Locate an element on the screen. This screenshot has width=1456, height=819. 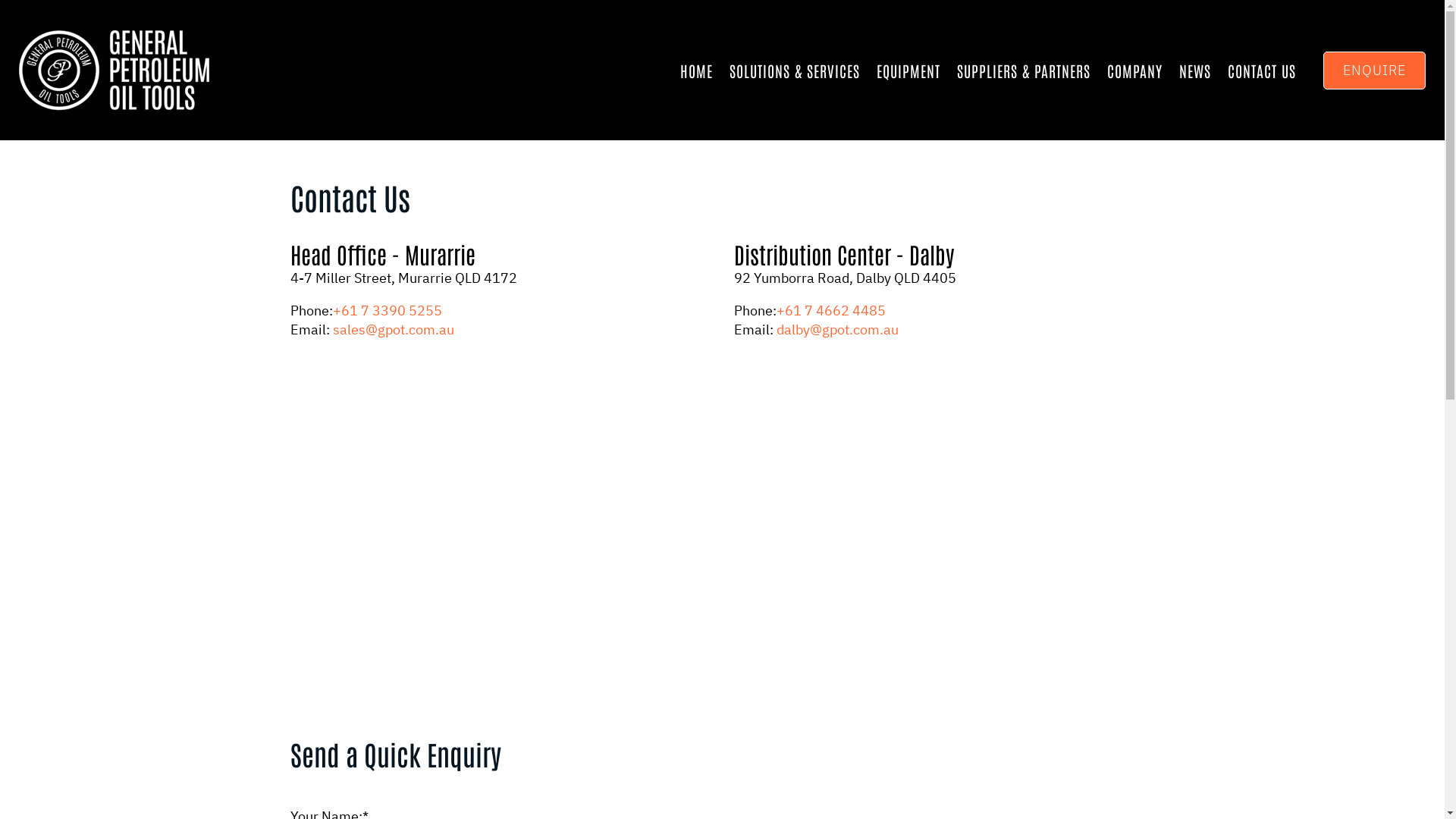
'SUPPLIERS & PARTNERS' is located at coordinates (1023, 70).